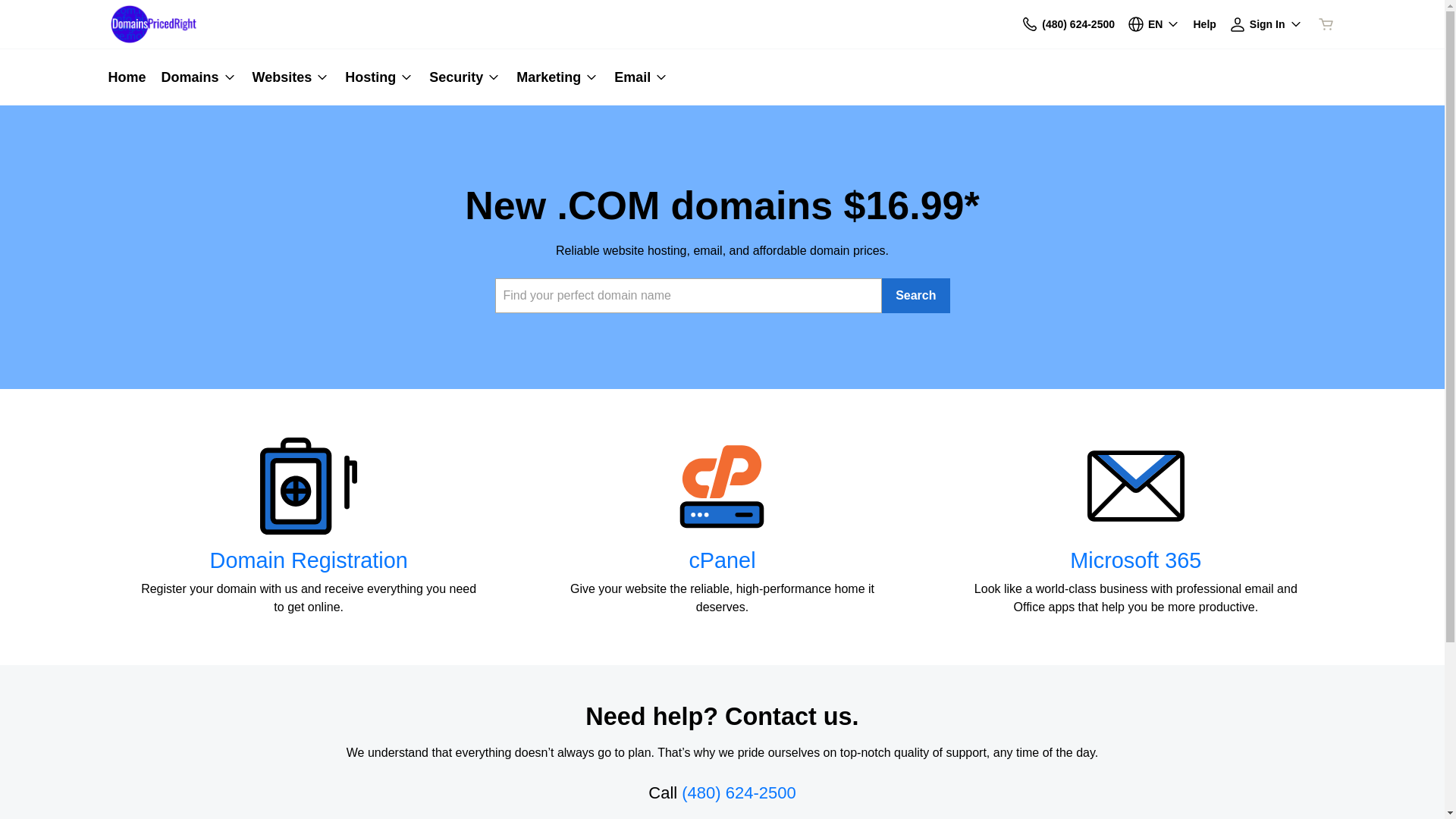  What do you see at coordinates (1222, 24) in the screenshot?
I see `'Sign In'` at bounding box center [1222, 24].